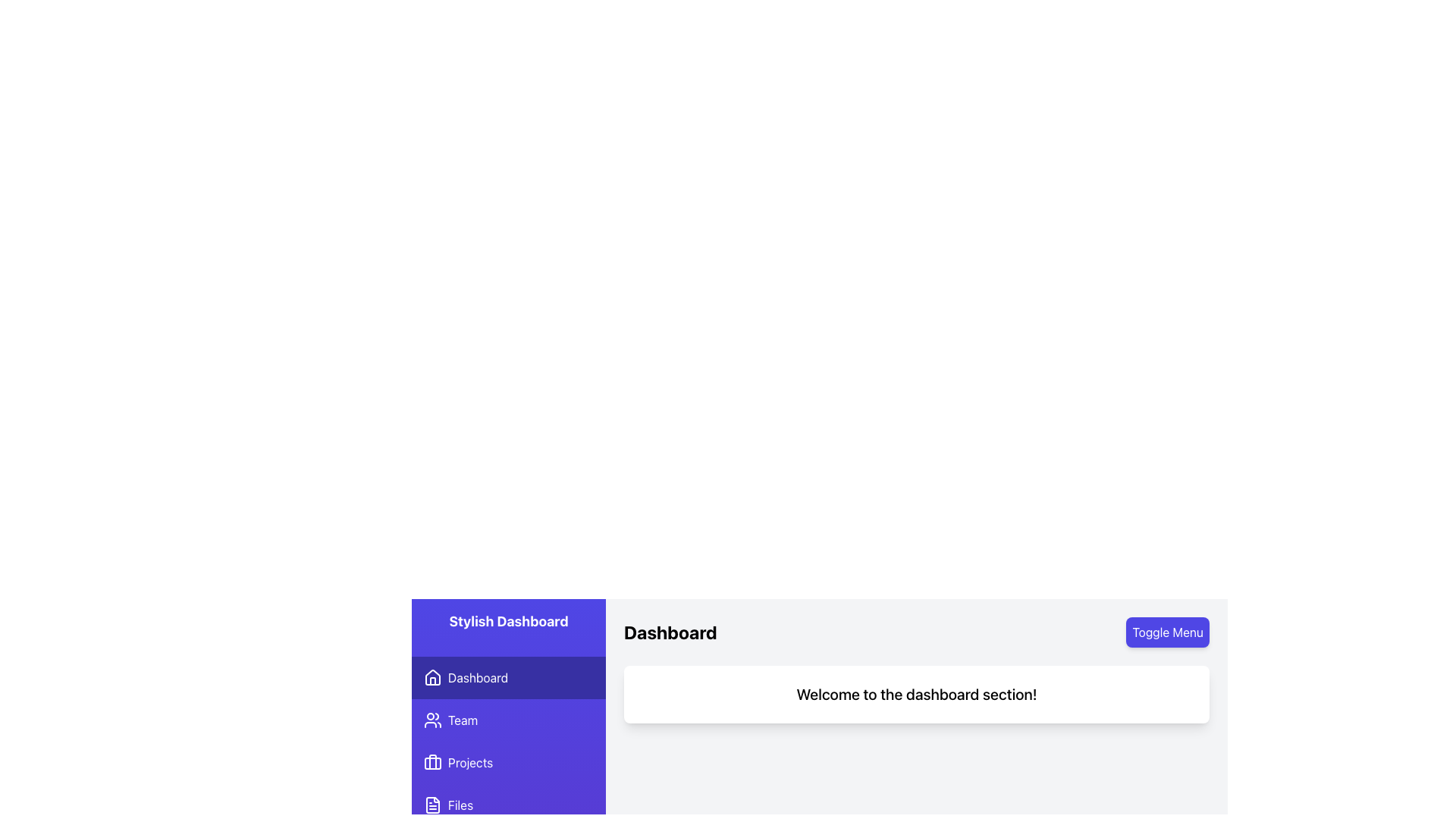  I want to click on the 'Team' button located in the vertical navigation menu on the left side of the interface, so click(509, 719).